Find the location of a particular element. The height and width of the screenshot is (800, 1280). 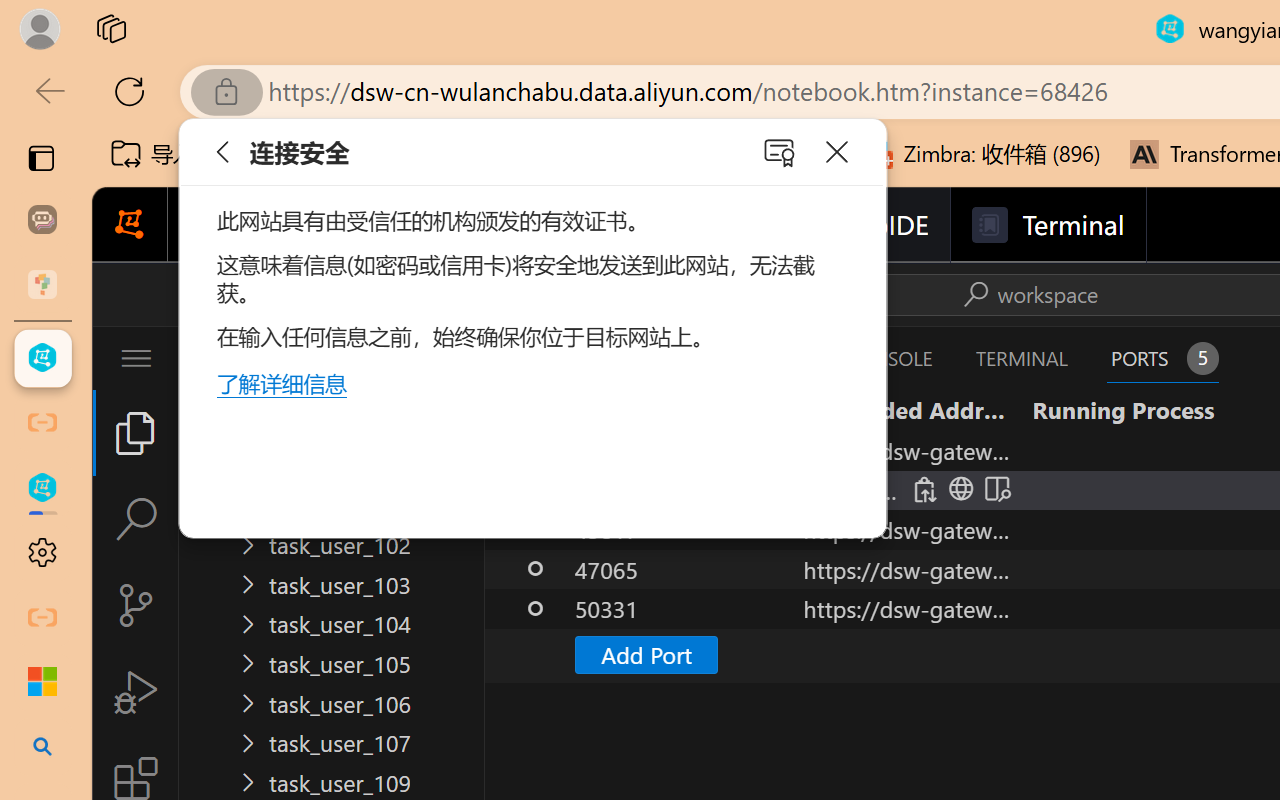

'Preview in Editor' is located at coordinates (995, 489).